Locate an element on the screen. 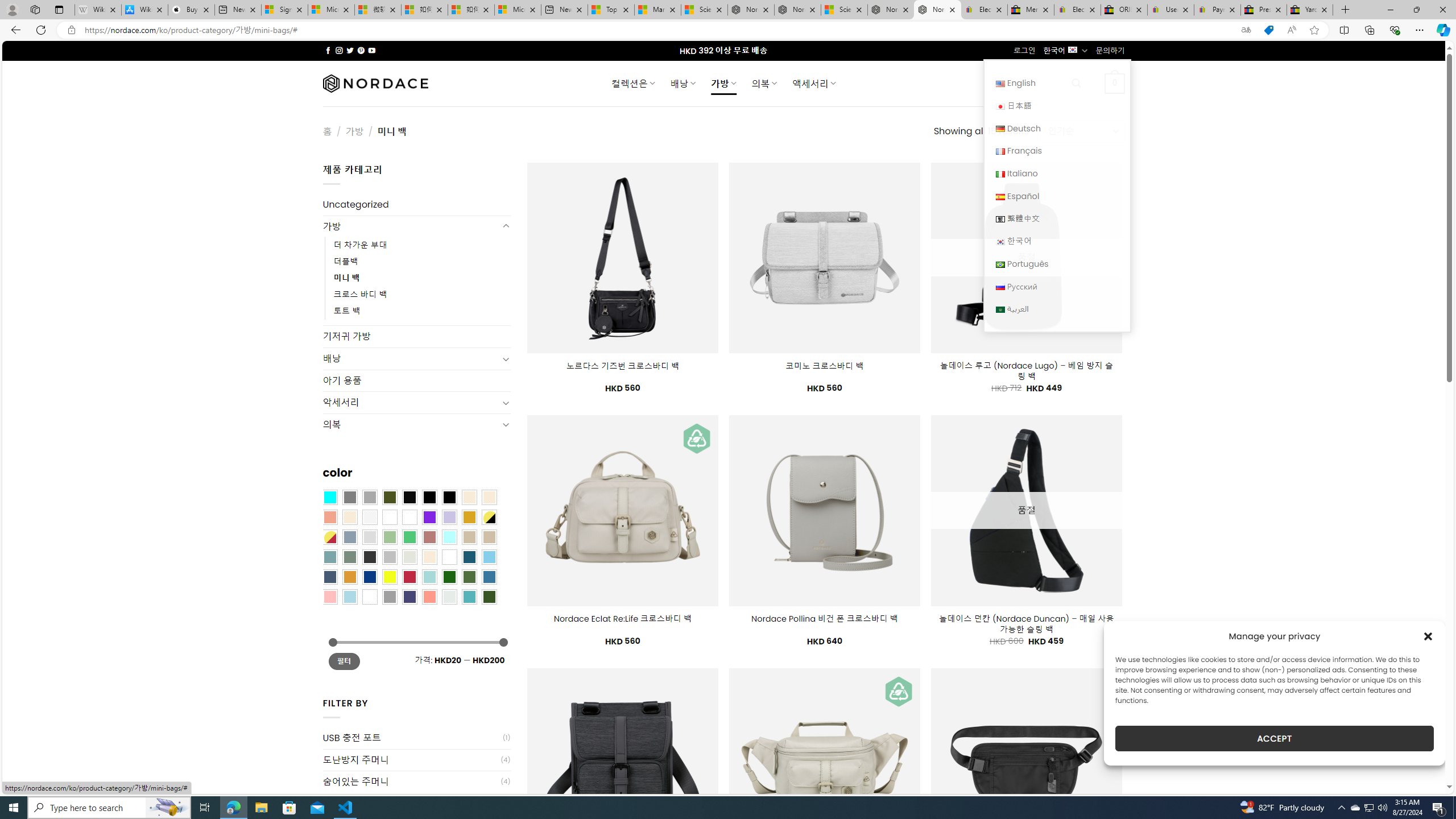 Image resolution: width=1456 pixels, height=819 pixels. 'ACCEPT' is located at coordinates (1275, 738).